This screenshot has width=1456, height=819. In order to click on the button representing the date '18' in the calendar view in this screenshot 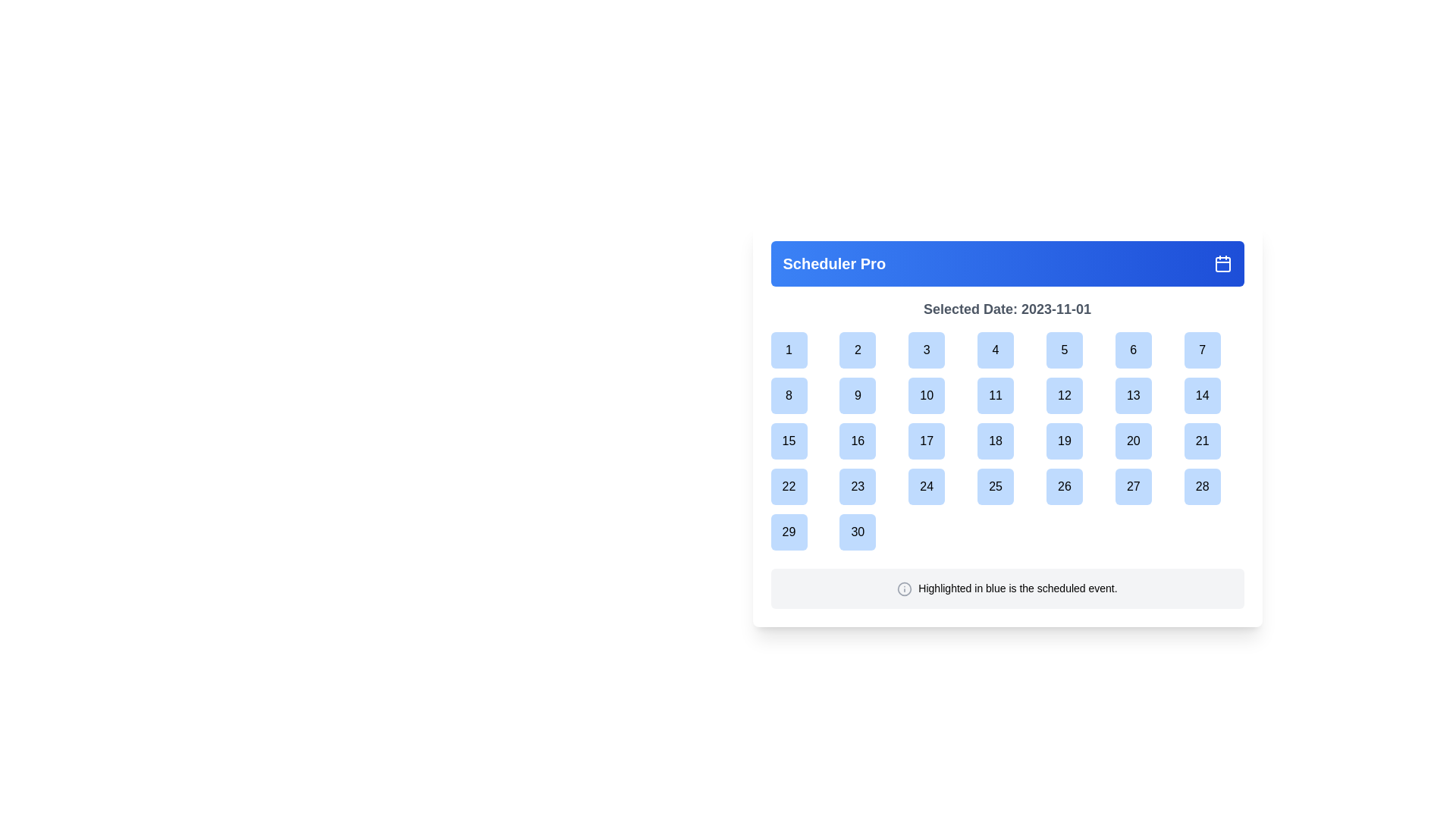, I will do `click(1007, 441)`.